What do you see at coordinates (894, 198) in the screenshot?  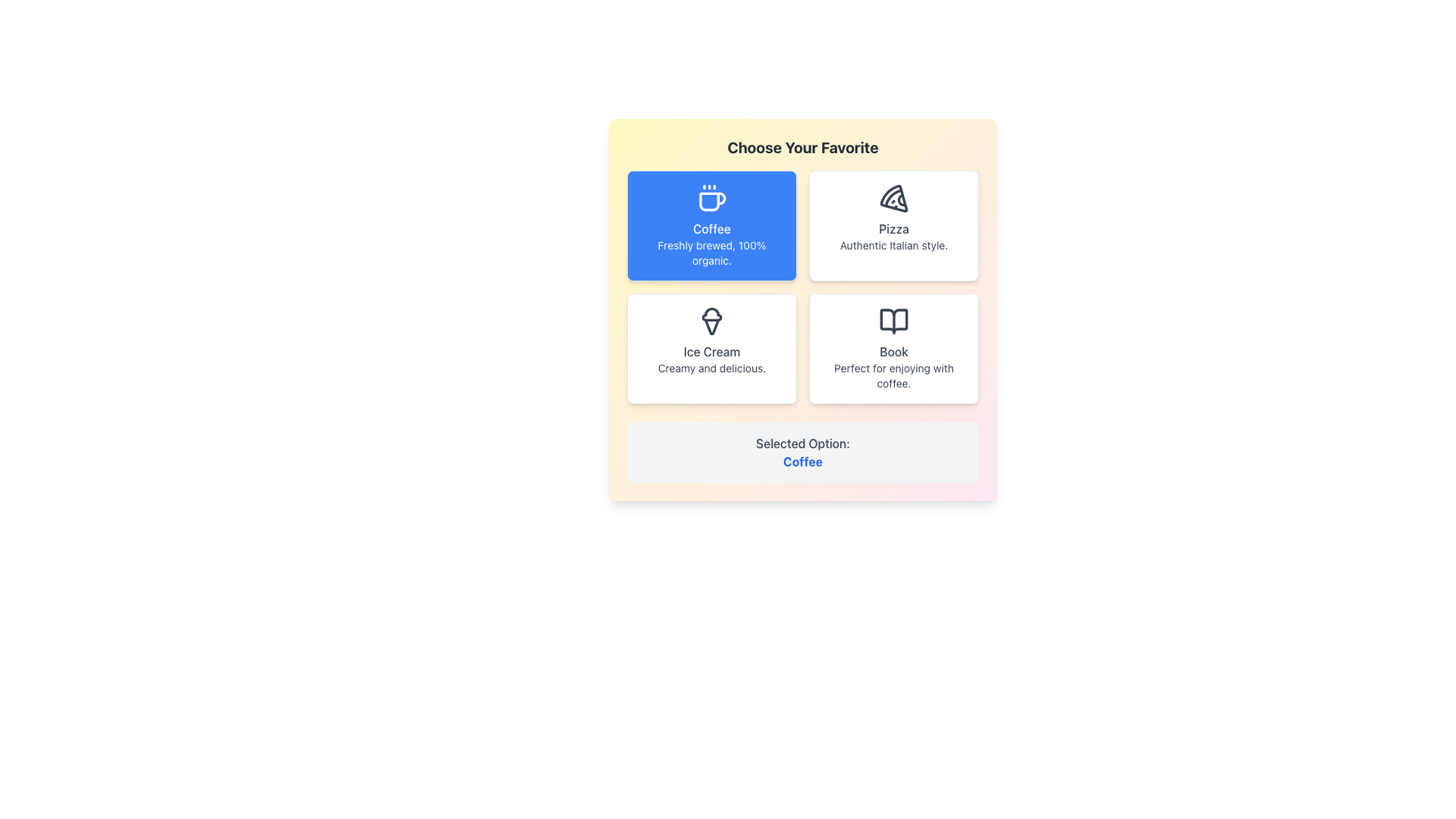 I see `the pizza slice icon located in the top-right quadrant of the main selection grid under the option labeled 'Pizza.'` at bounding box center [894, 198].